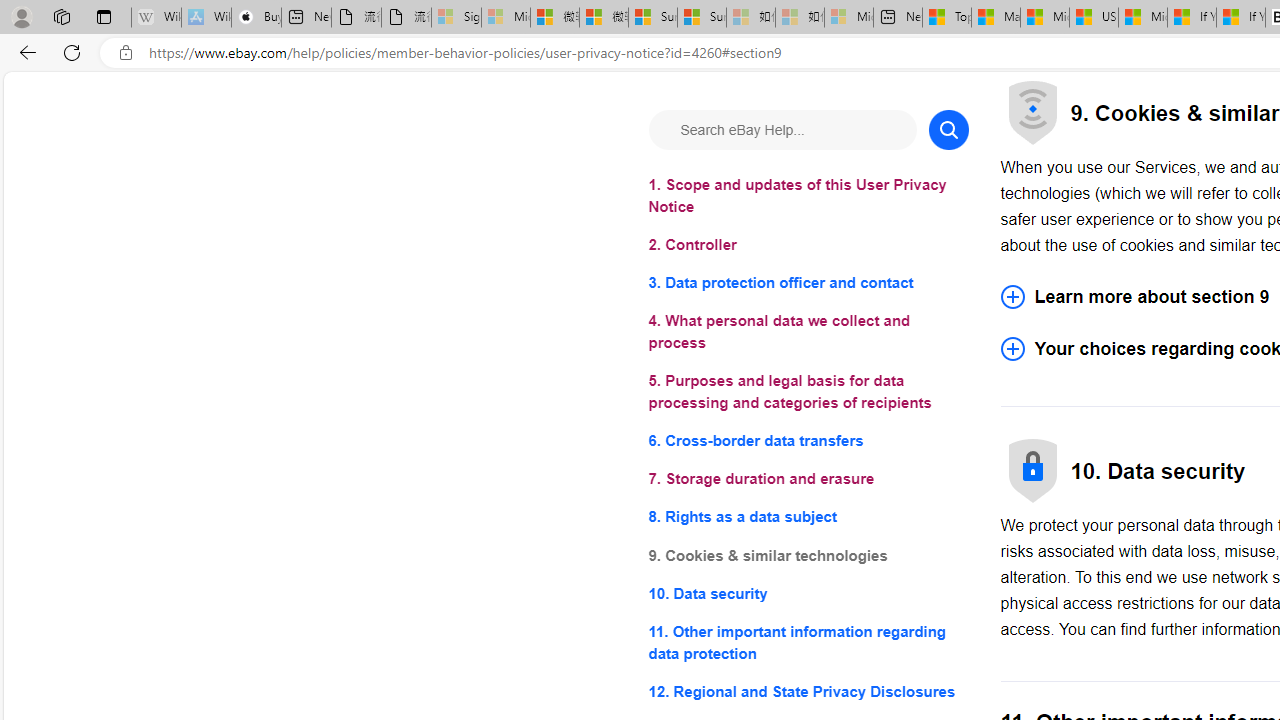 This screenshot has width=1280, height=720. I want to click on '3. Data protection officer and contact', so click(808, 283).